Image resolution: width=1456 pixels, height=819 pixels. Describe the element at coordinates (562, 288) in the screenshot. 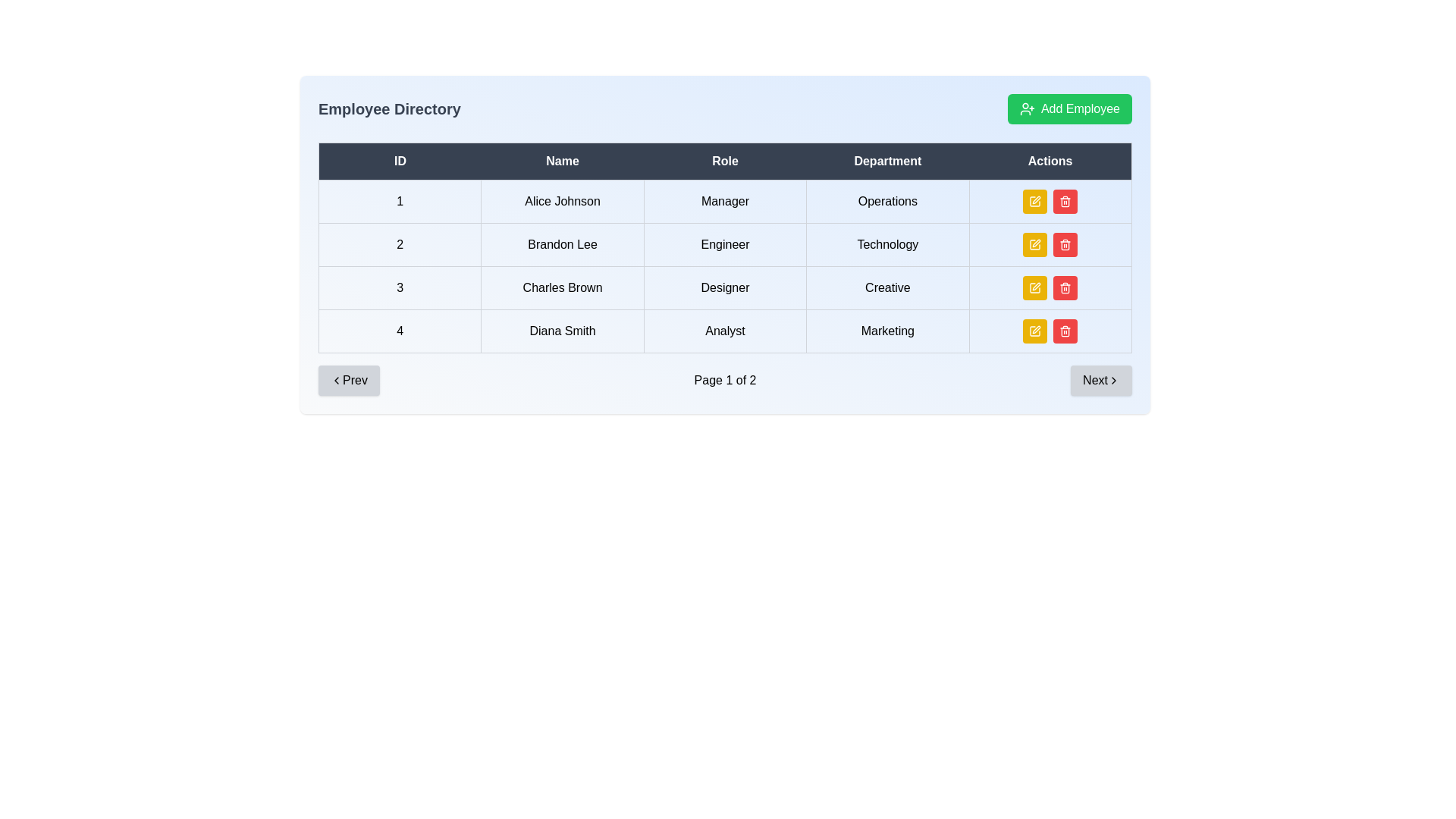

I see `the text label displaying 'Charles Brown' located in the second column of the third row of the table under the 'Name' header` at that location.